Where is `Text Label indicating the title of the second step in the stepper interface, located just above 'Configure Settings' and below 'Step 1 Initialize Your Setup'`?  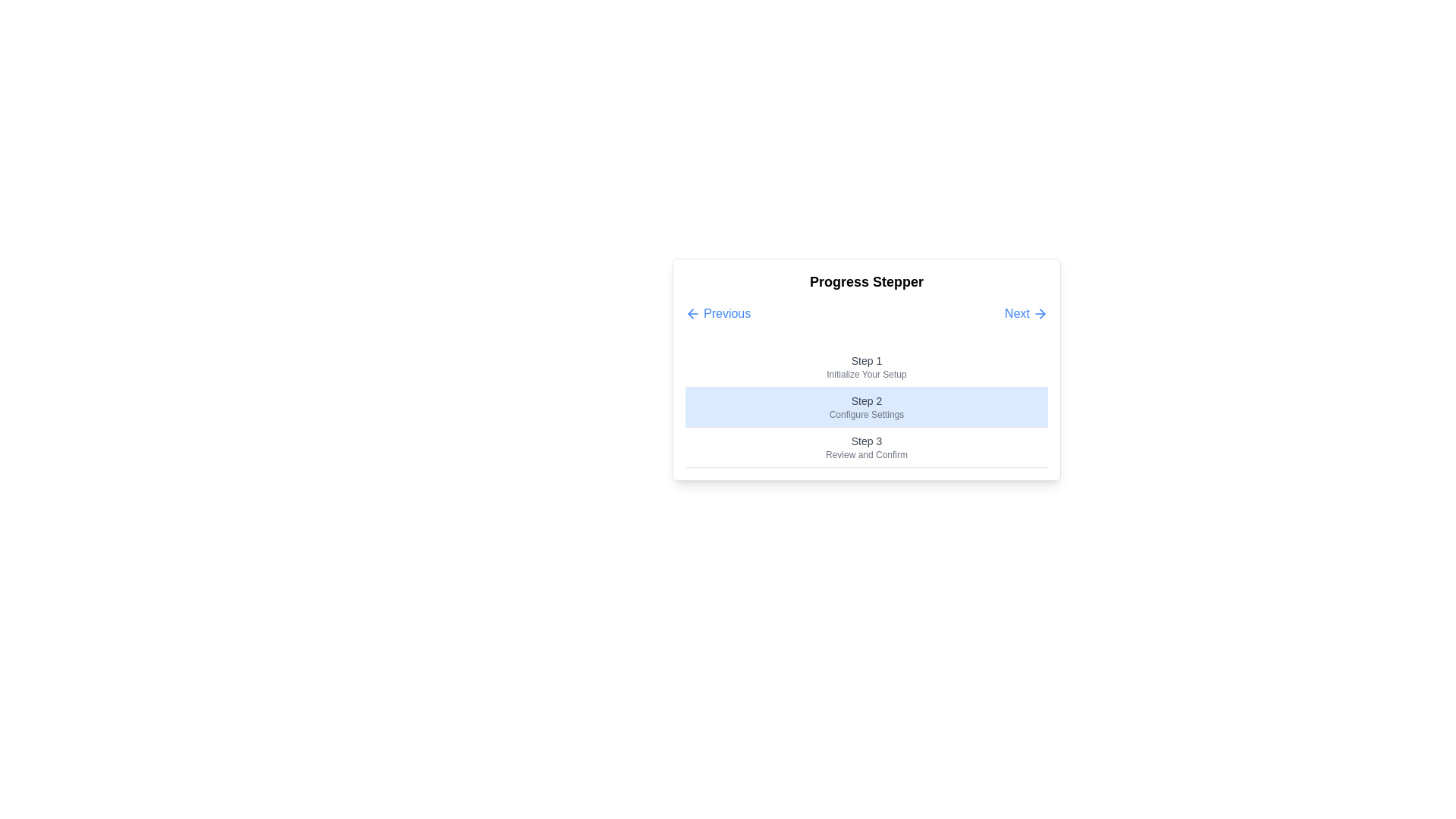 Text Label indicating the title of the second step in the stepper interface, located just above 'Configure Settings' and below 'Step 1 Initialize Your Setup' is located at coordinates (866, 400).